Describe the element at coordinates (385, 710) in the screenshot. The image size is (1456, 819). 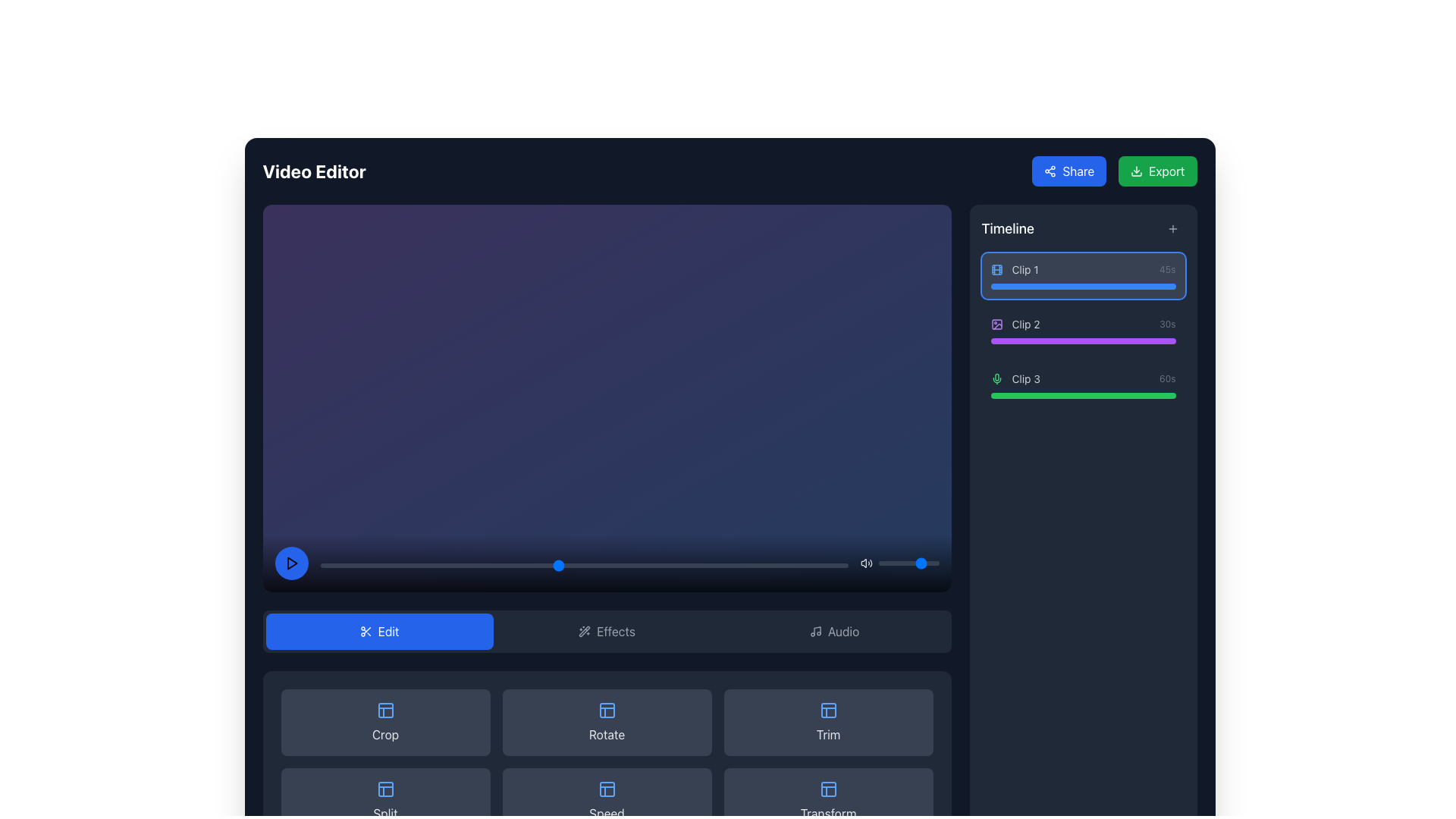
I see `SVG icon located in the top section of the 'Crop' button, which has a blue stroke and a round line cap, positioned slightly above the label text 'Crop'` at that location.